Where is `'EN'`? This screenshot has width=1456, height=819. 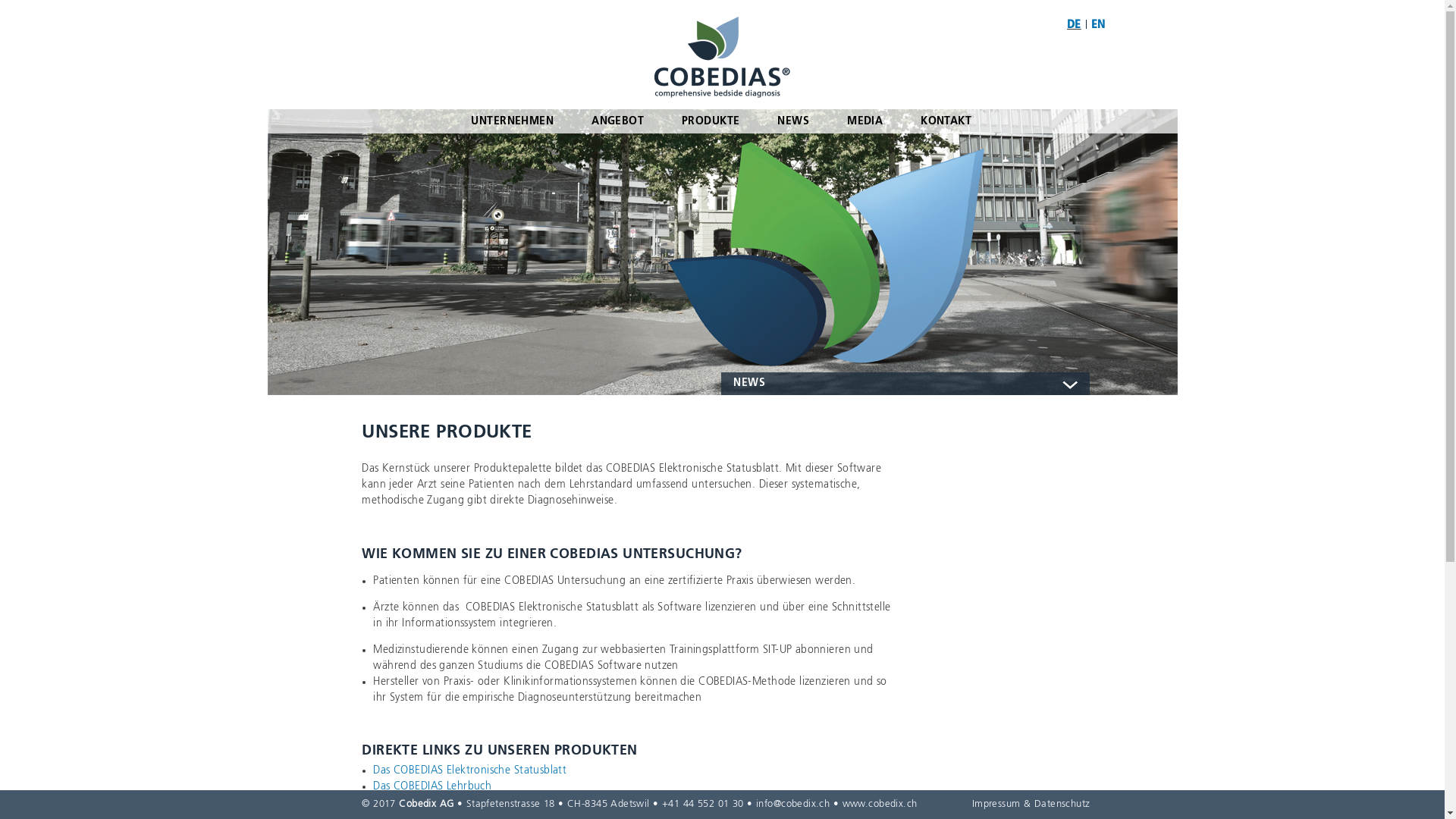 'EN' is located at coordinates (1098, 25).